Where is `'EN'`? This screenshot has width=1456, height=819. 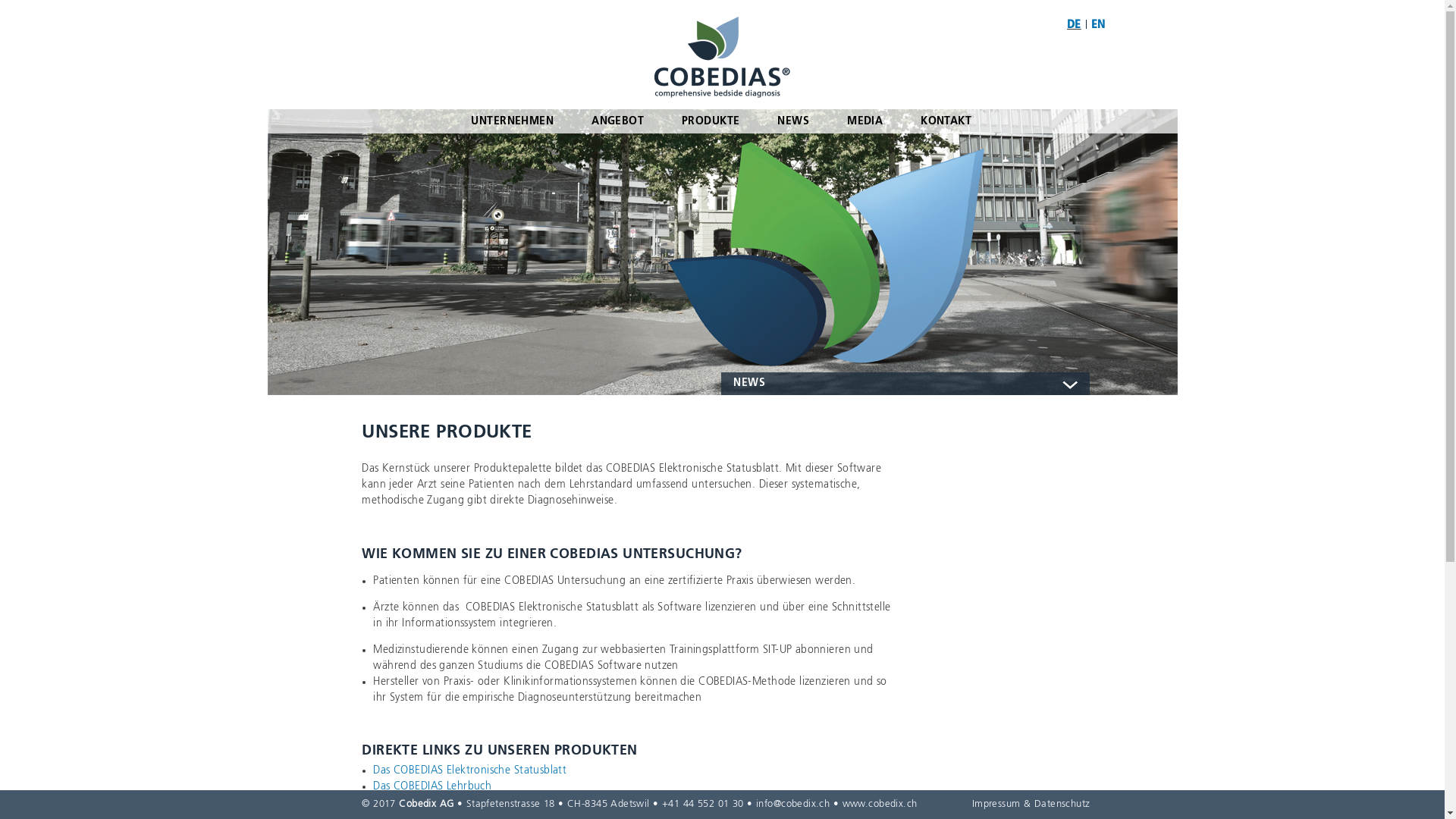 'EN' is located at coordinates (1098, 25).